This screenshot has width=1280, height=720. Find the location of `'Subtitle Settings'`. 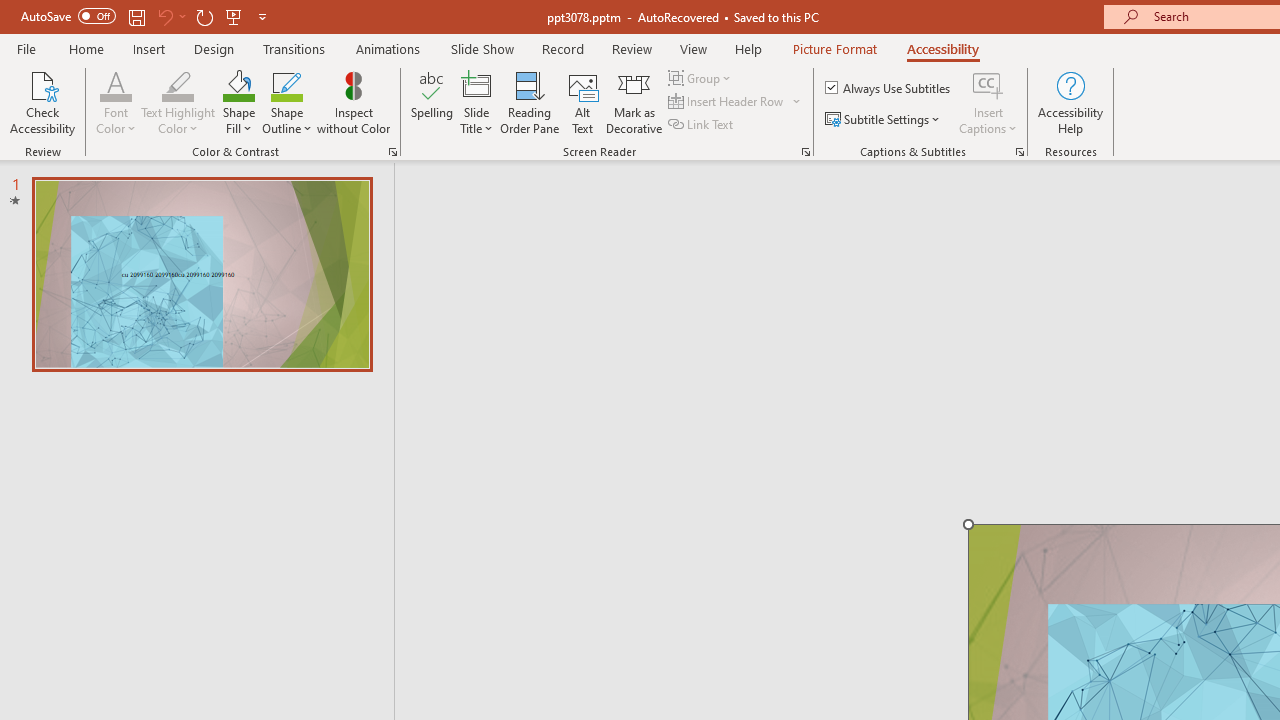

'Subtitle Settings' is located at coordinates (883, 119).